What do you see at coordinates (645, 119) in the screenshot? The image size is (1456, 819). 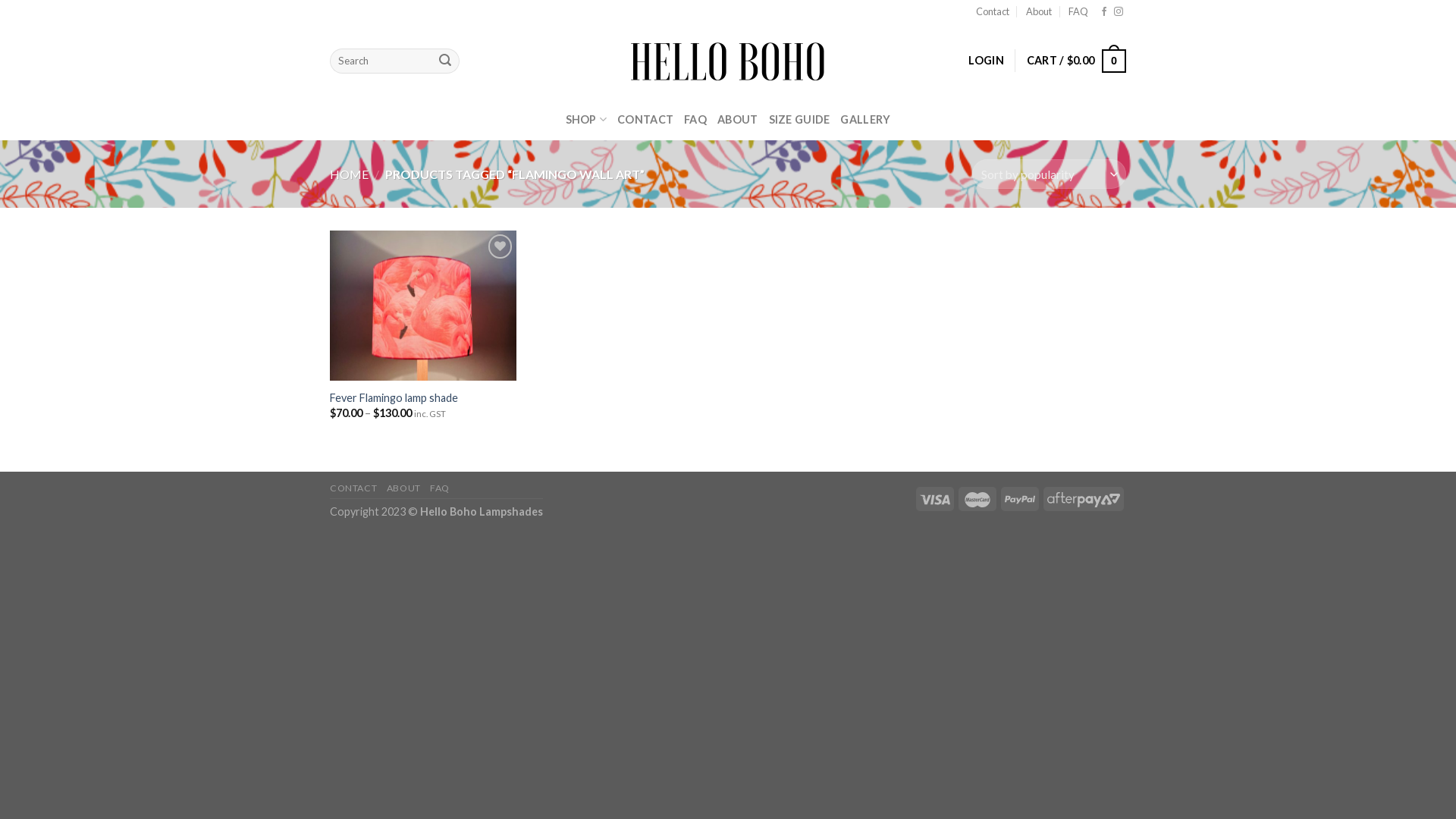 I see `'CONTACT'` at bounding box center [645, 119].